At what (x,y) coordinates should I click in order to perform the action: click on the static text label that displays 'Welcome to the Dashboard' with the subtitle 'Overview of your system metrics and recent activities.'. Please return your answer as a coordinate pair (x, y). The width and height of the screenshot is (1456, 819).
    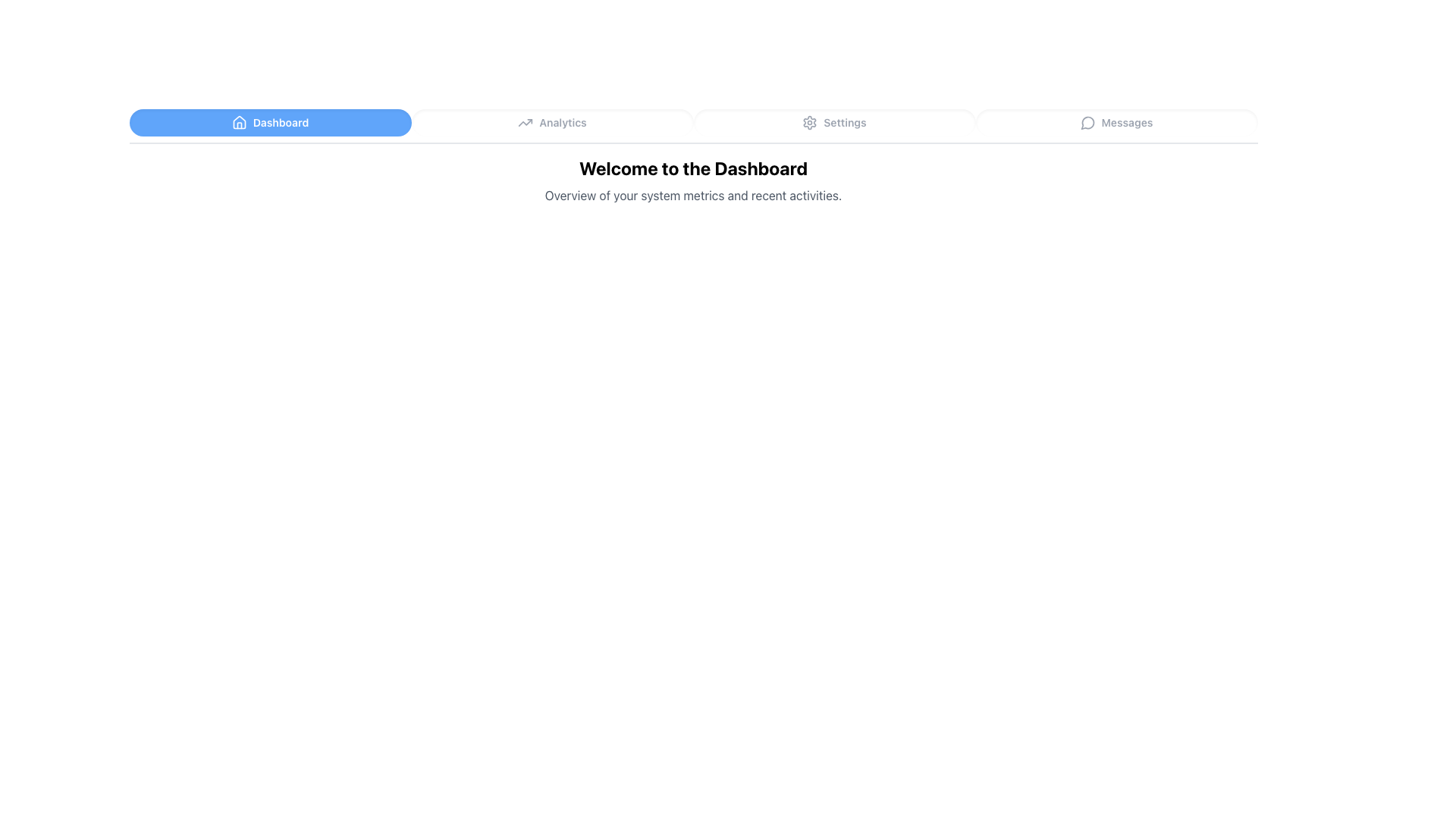
    Looking at the image, I should click on (692, 180).